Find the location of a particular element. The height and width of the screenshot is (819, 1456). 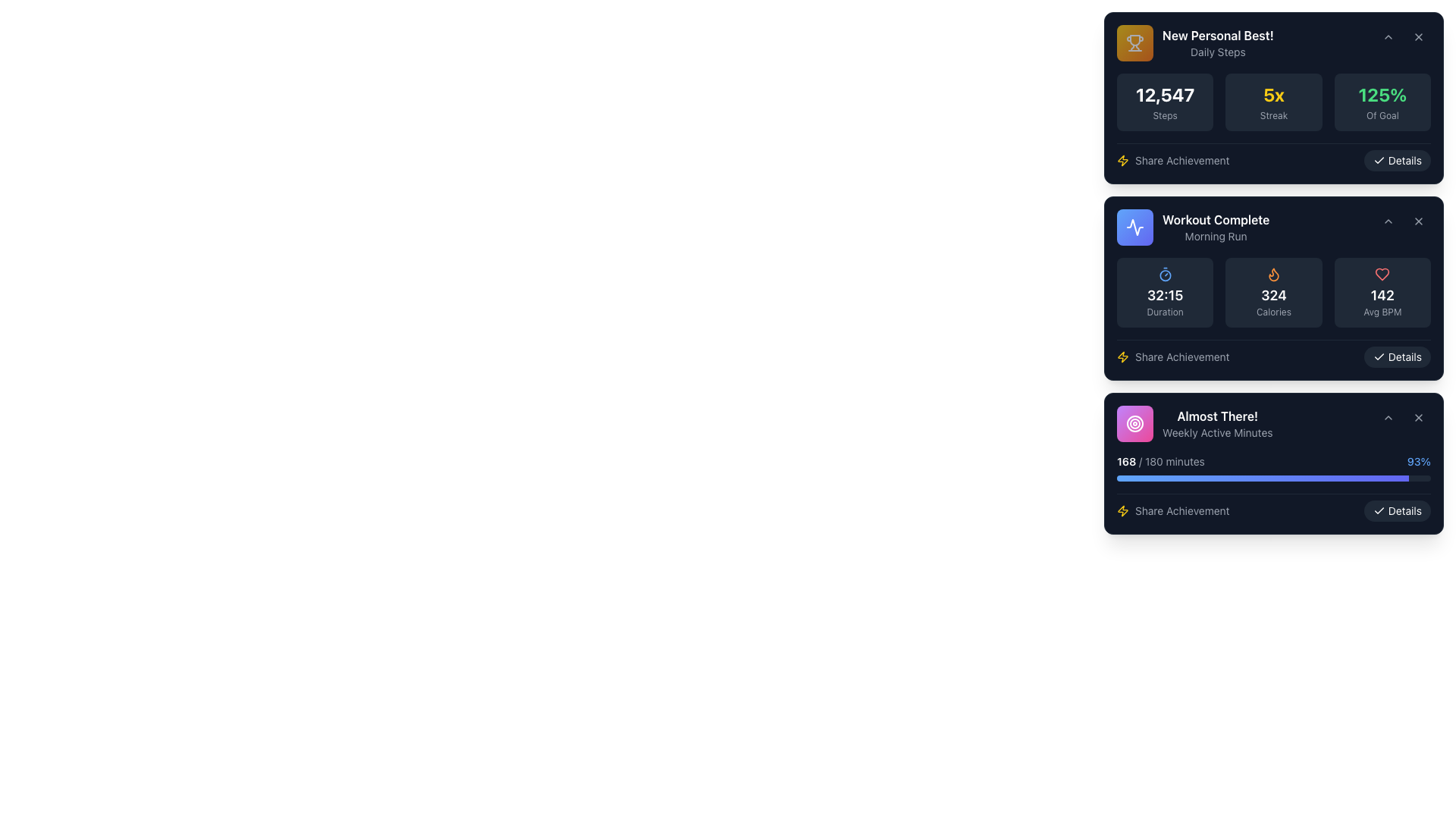

the horizontal progress bar with a gradient color fill transitioning from blue to indigo, located in the bottom card titled 'Almost There!' in the rightmost column, situated below the text '168 / 180 minutes' is located at coordinates (1274, 479).